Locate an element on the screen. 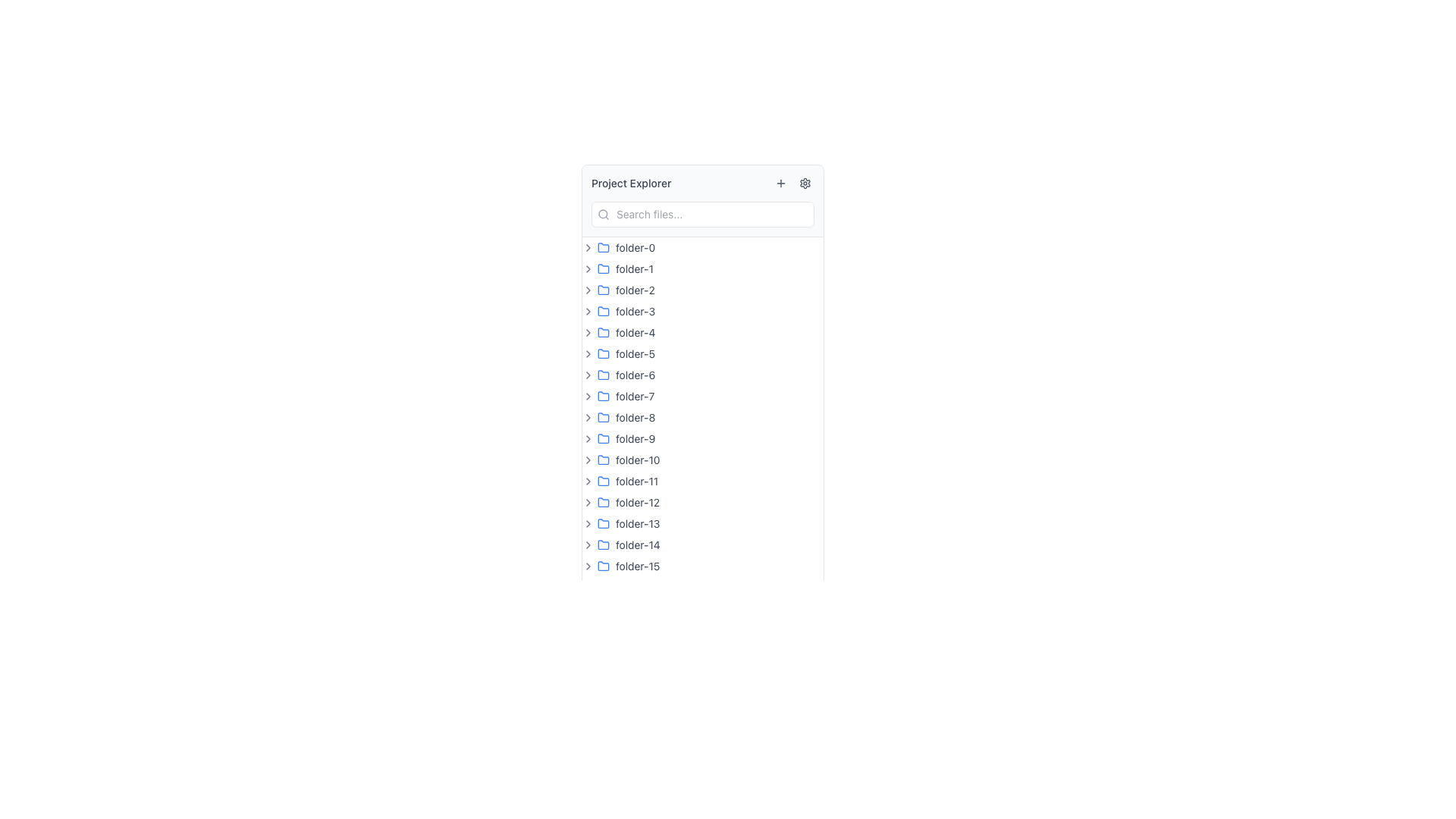 This screenshot has width=1456, height=819. the rightward-pointing arrow icon (expansion toggle) located to the left of the folder icon for 'folder-0' is located at coordinates (588, 247).